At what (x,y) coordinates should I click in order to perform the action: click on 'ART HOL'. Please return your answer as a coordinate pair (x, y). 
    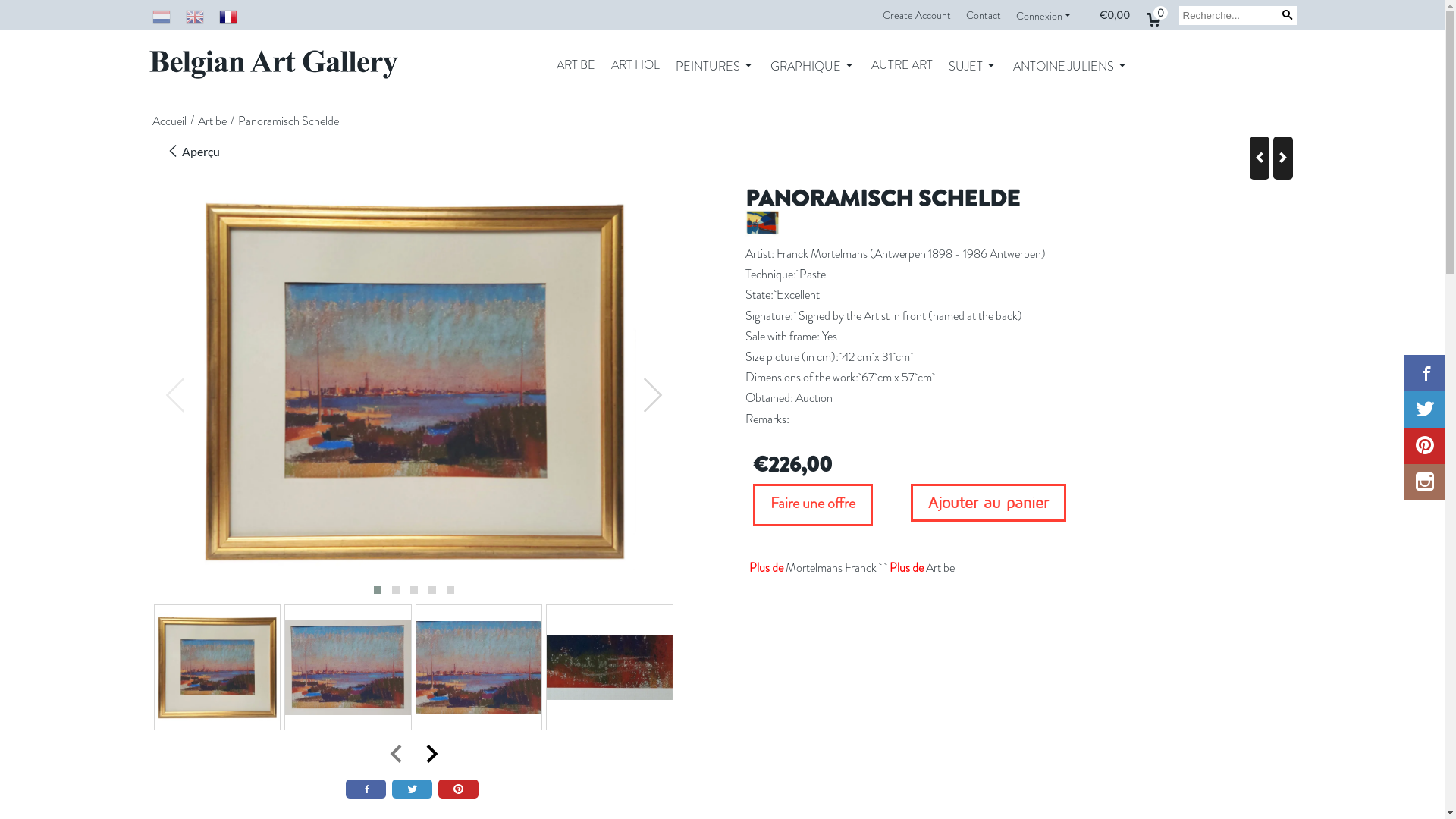
    Looking at the image, I should click on (635, 64).